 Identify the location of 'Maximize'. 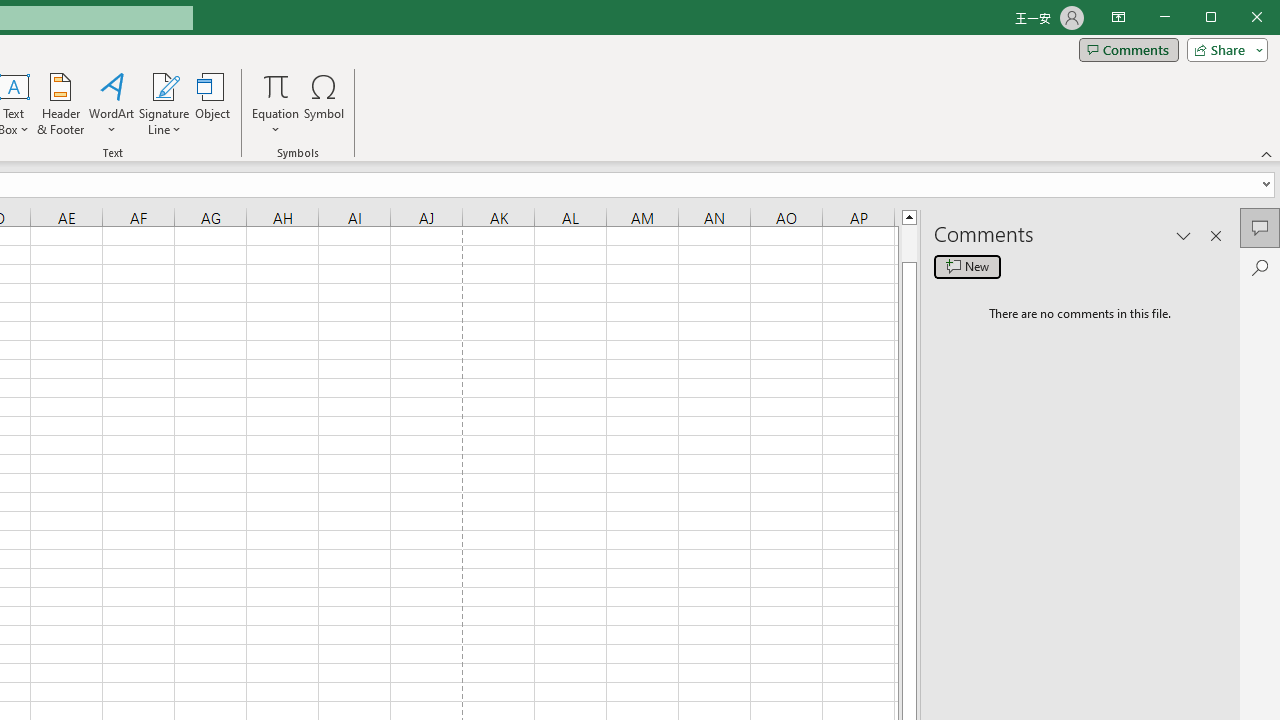
(1238, 19).